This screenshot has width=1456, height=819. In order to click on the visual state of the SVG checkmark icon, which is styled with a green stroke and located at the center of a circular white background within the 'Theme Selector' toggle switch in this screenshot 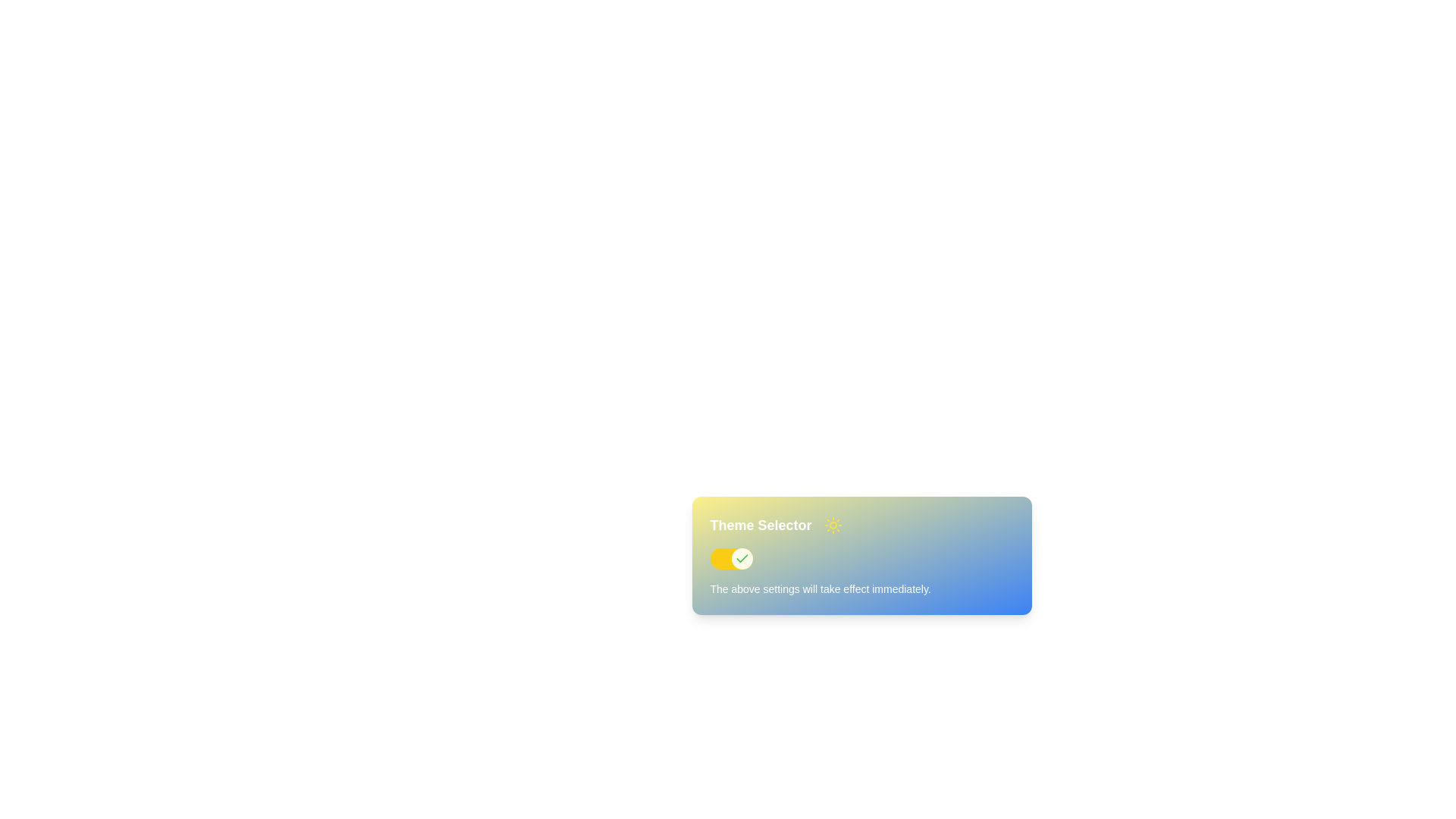, I will do `click(742, 558)`.